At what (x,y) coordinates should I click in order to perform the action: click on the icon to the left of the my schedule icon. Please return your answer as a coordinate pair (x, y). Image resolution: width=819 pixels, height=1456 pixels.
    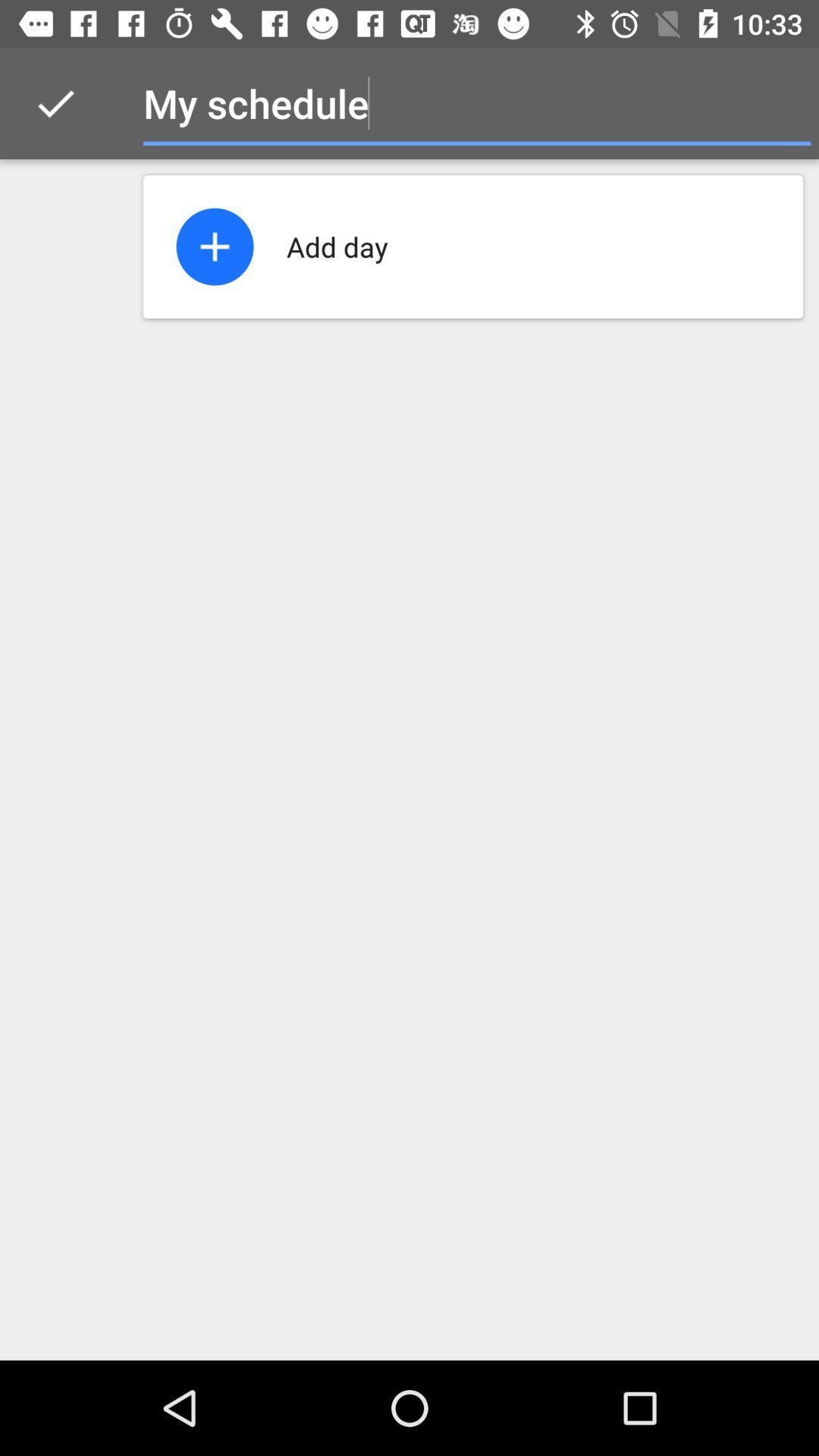
    Looking at the image, I should click on (55, 102).